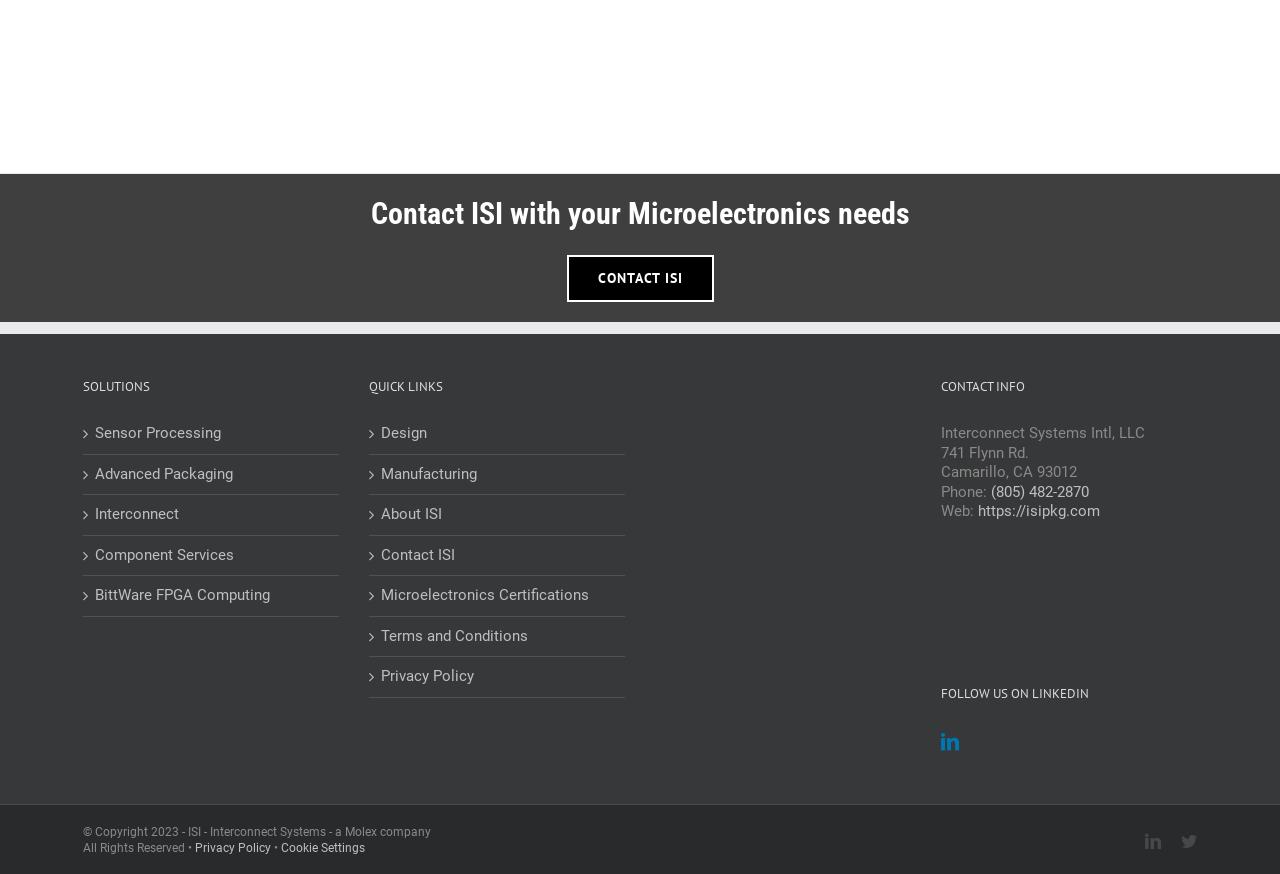  What do you see at coordinates (940, 511) in the screenshot?
I see `'Web:'` at bounding box center [940, 511].